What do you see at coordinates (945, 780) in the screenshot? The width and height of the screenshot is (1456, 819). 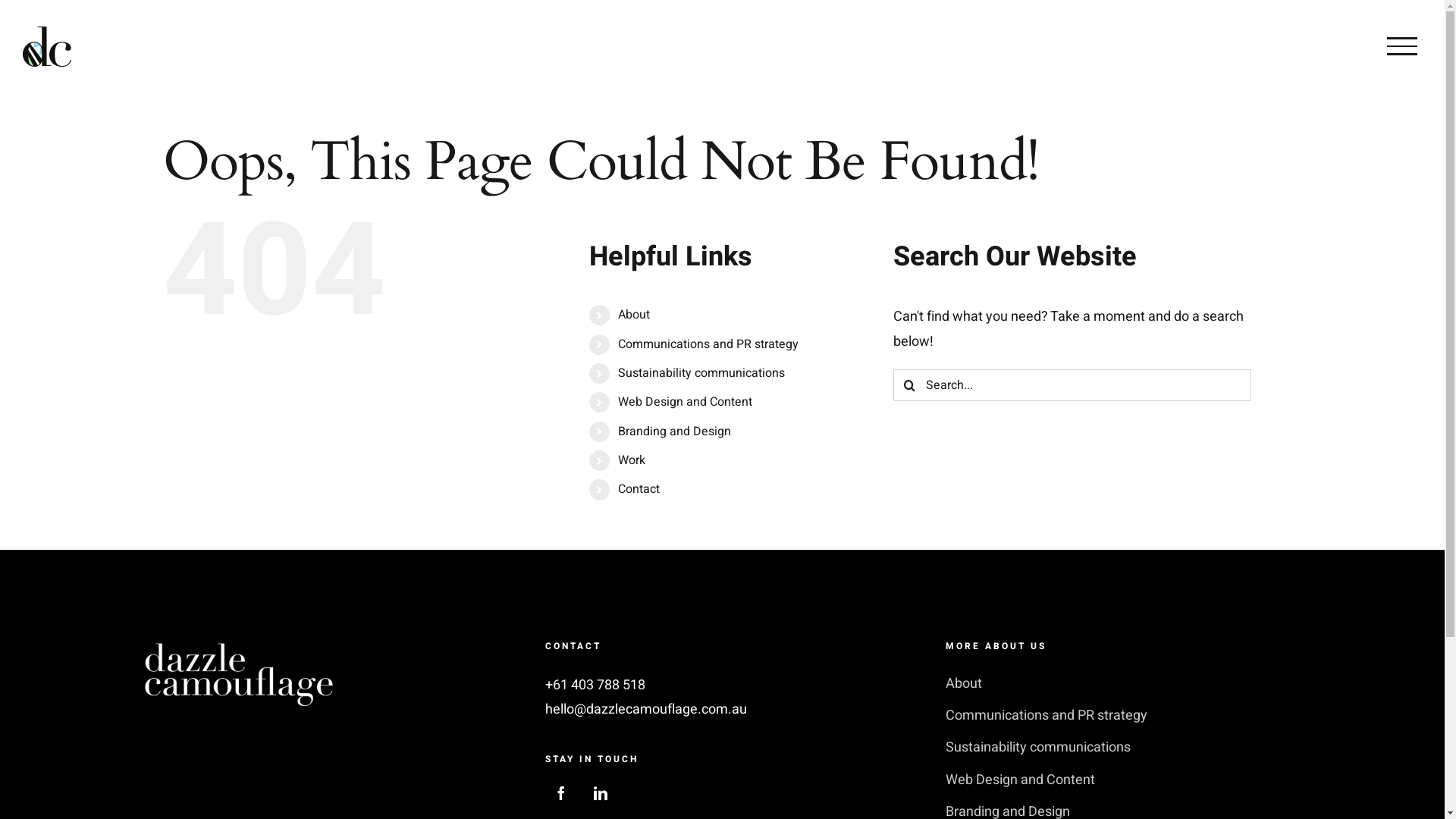 I see `'Web Design and Content'` at bounding box center [945, 780].